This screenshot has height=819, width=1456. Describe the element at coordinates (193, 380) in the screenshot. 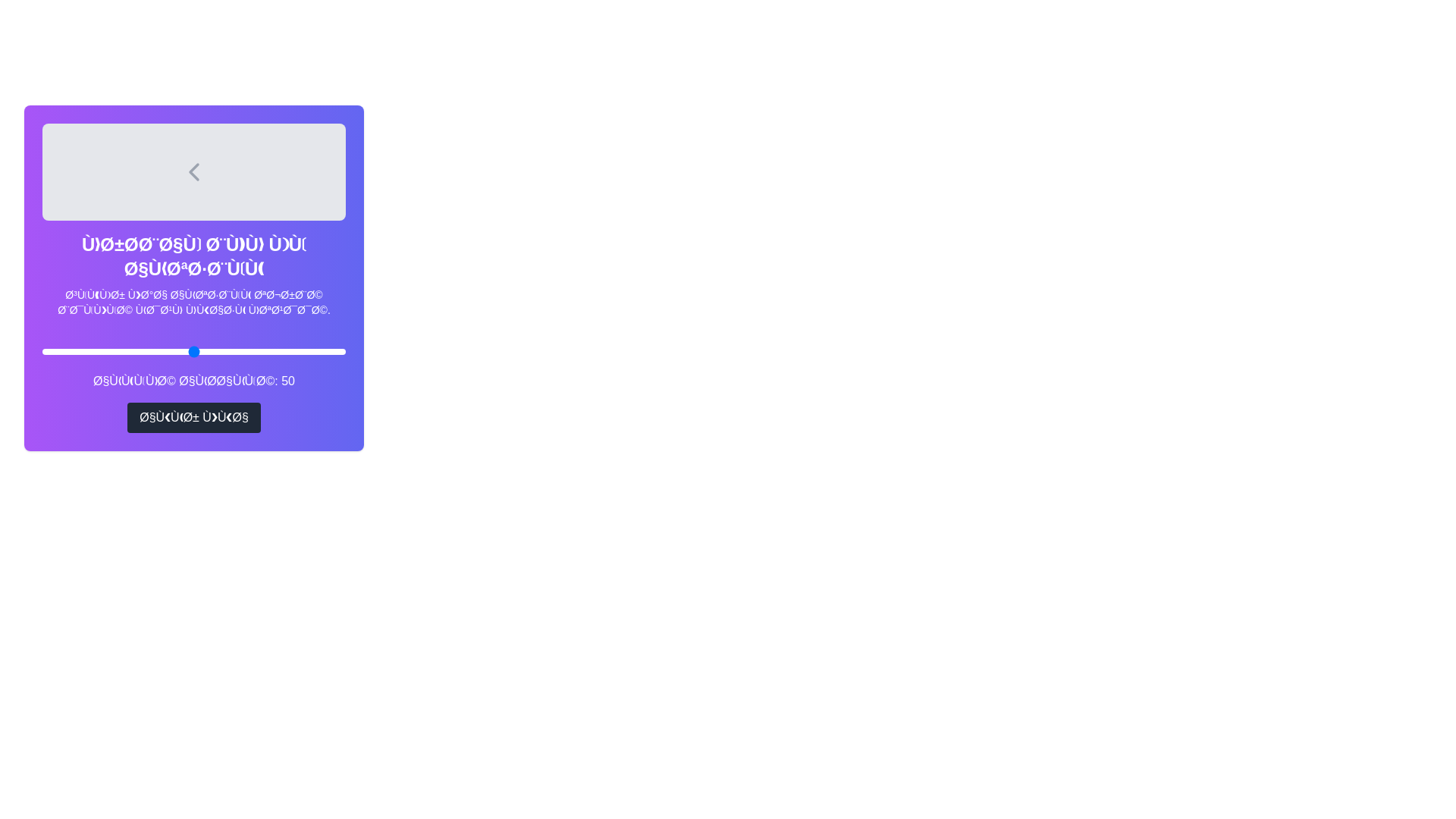

I see `static text label displaying the Arabic text 'القيمة الحالية: 50', which is styled in white on a purple to indigo gradient background` at that location.